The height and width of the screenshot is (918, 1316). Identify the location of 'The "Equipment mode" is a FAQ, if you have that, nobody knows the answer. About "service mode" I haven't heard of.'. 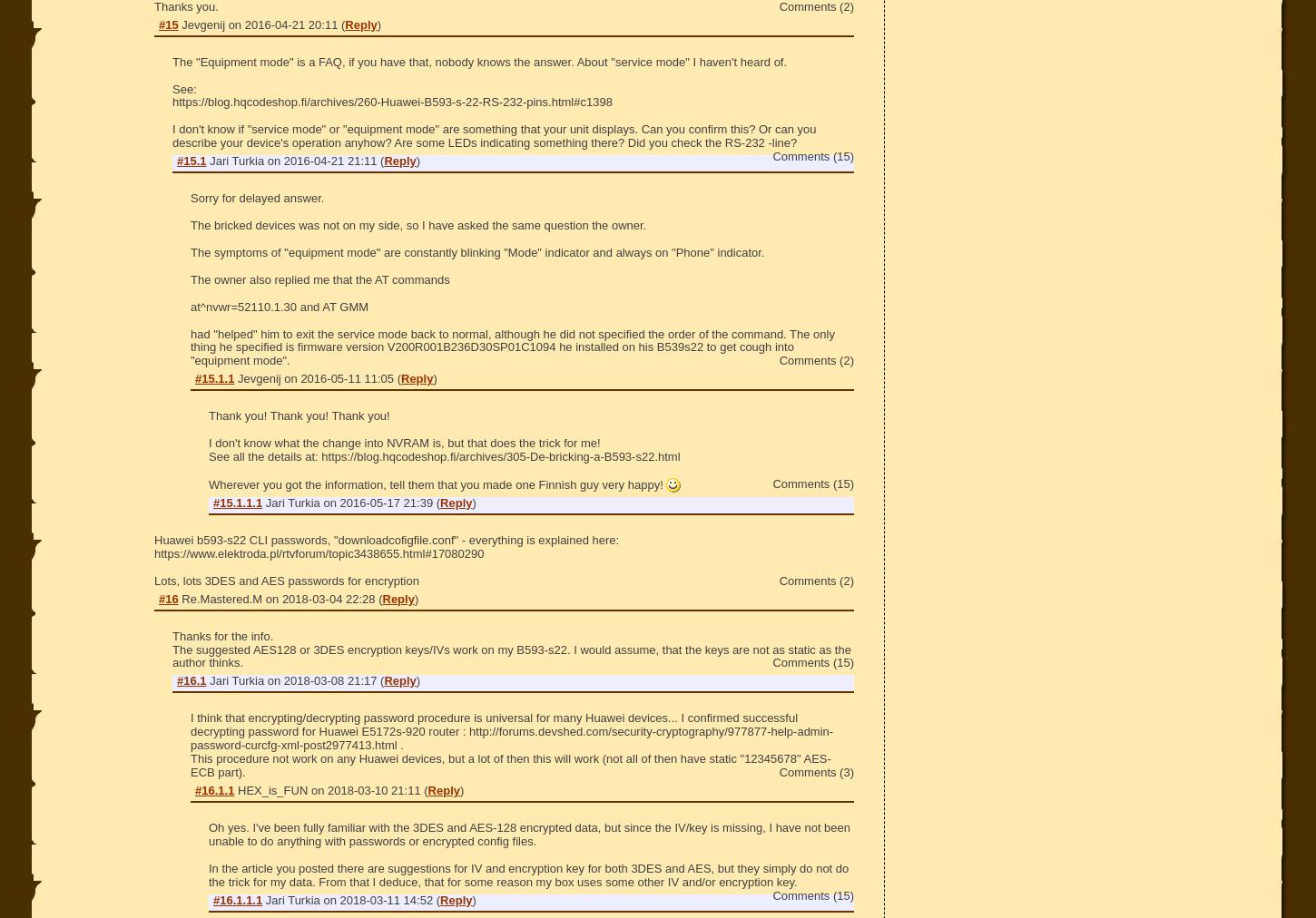
(479, 60).